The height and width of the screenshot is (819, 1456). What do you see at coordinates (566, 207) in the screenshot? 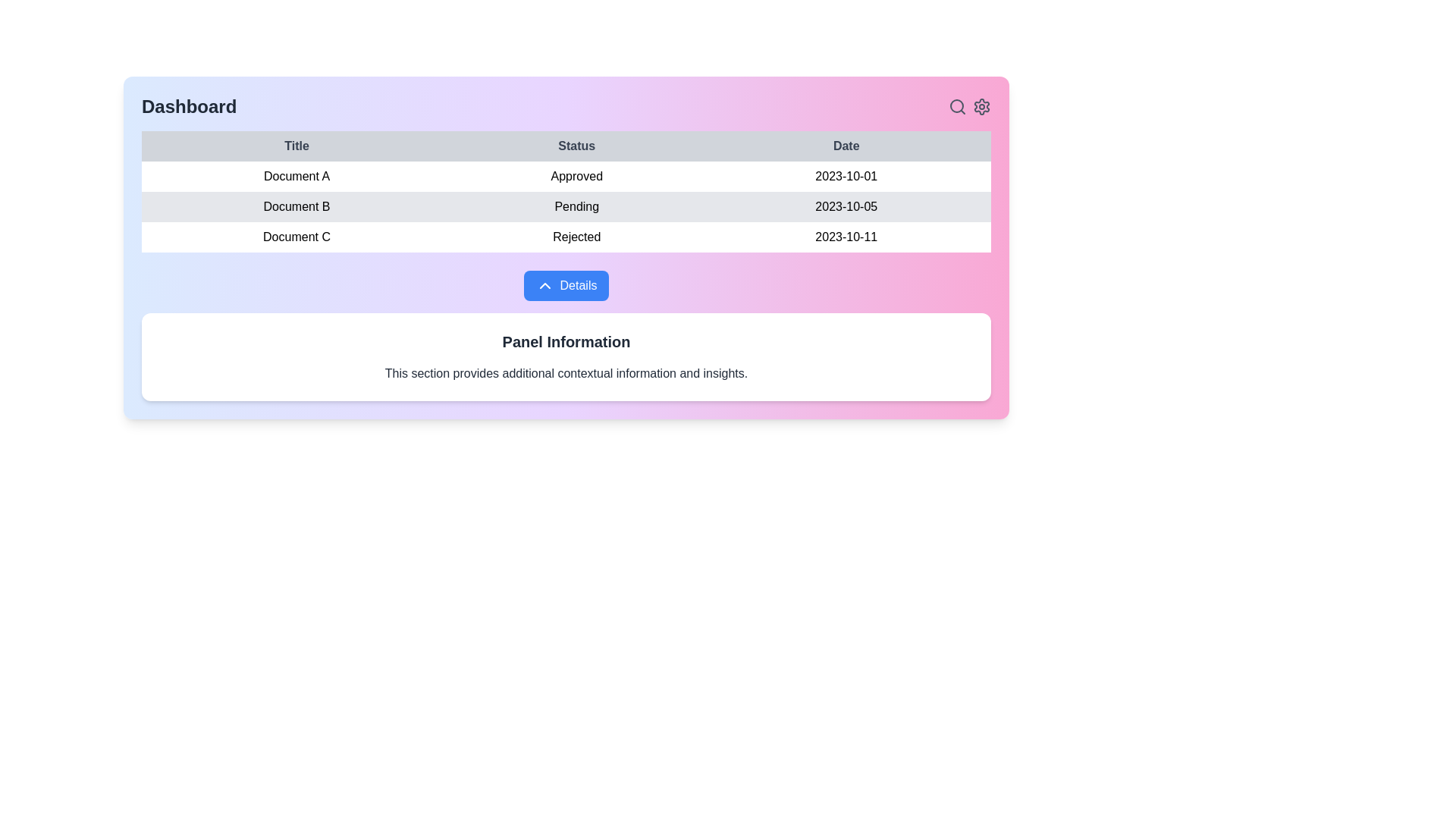
I see `on the second row of the table displaying 'Document B'` at bounding box center [566, 207].